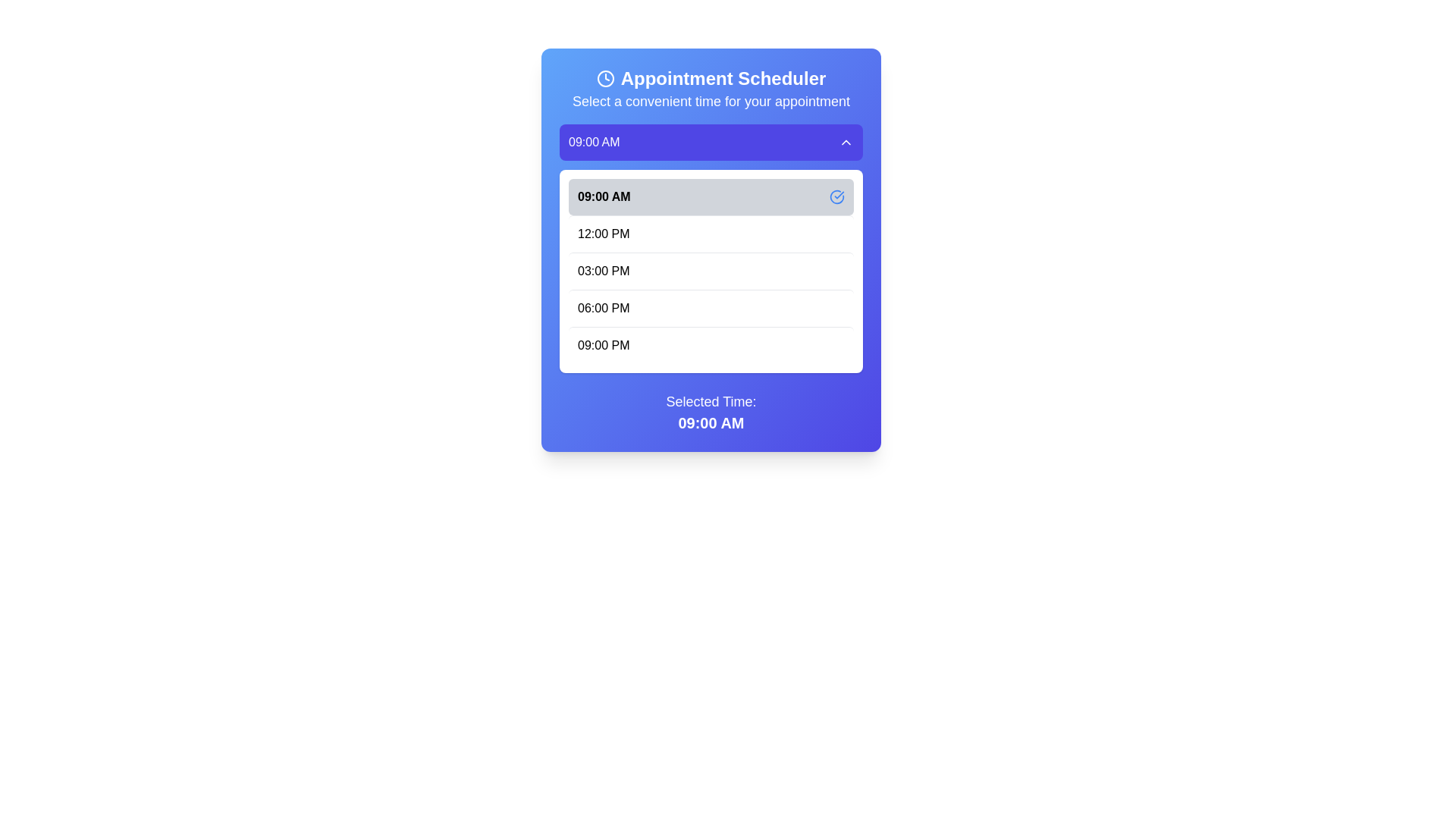 This screenshot has width=1456, height=819. What do you see at coordinates (710, 307) in the screenshot?
I see `the selectable list item displaying '06:00 PM' by navigating via keyboard` at bounding box center [710, 307].